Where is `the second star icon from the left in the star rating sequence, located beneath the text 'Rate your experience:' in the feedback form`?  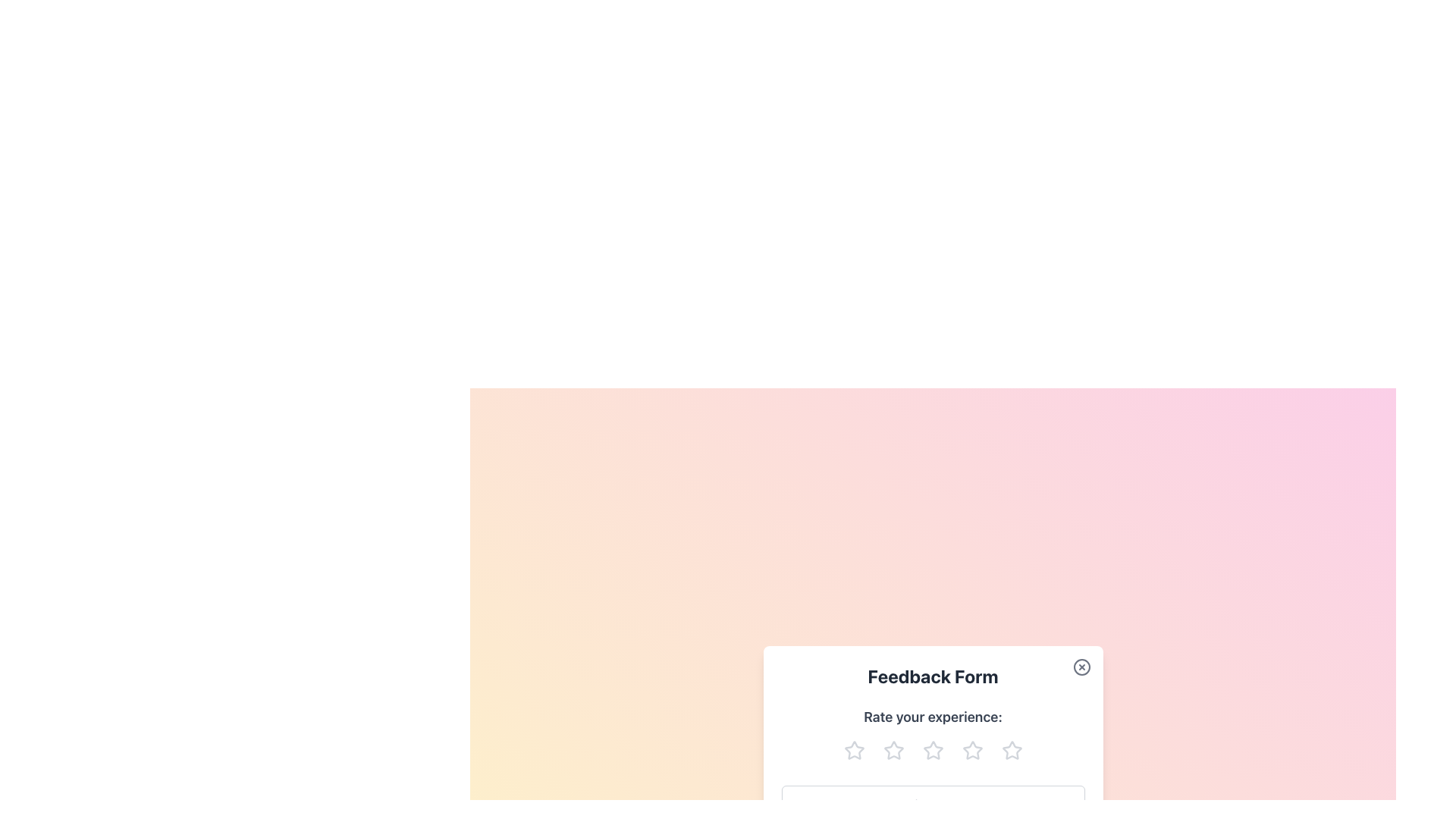 the second star icon from the left in the star rating sequence, located beneath the text 'Rate your experience:' in the feedback form is located at coordinates (893, 749).